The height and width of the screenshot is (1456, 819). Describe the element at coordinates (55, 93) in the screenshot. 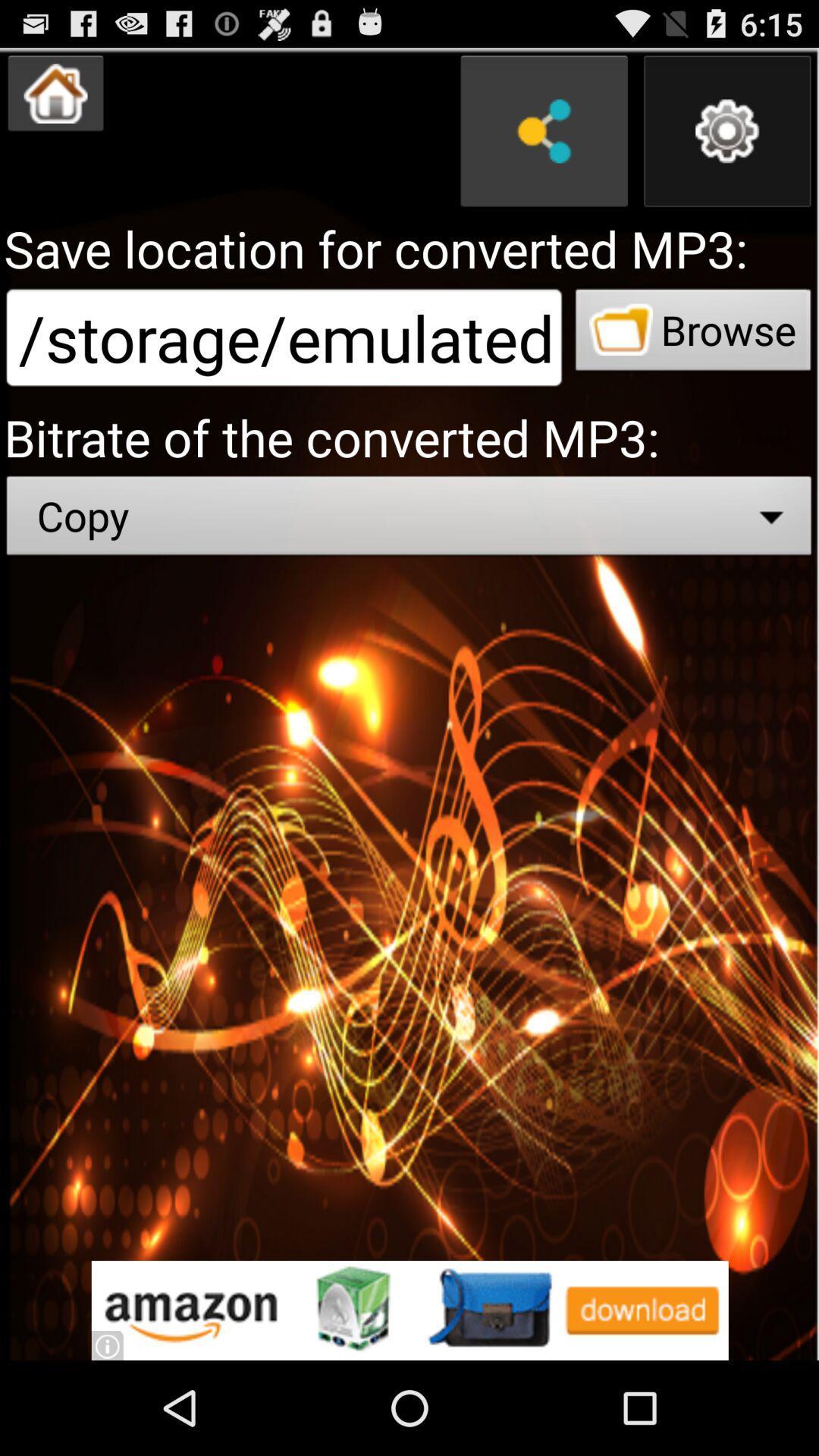

I see `return to home menu` at that location.